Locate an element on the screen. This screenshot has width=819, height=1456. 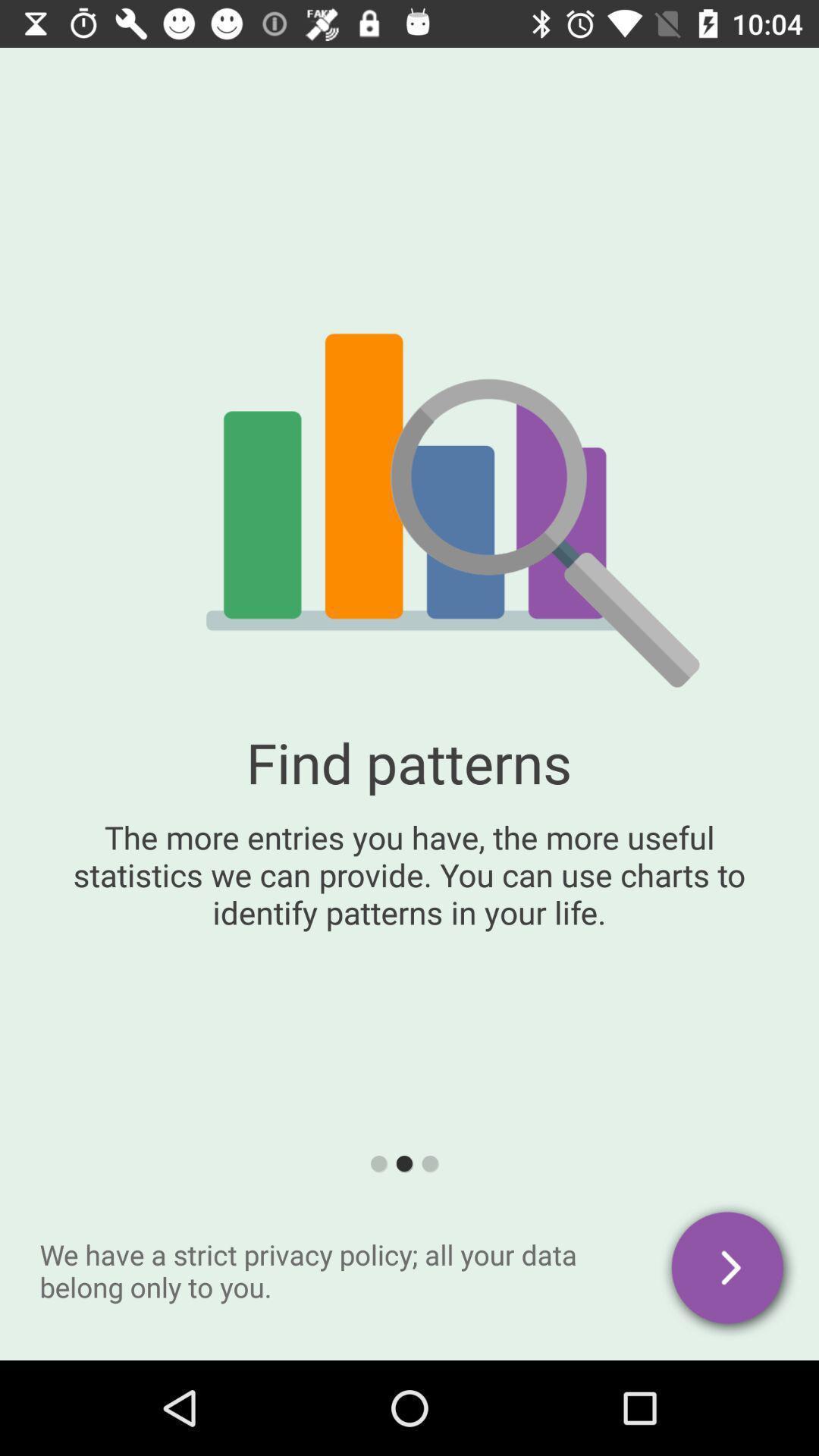
icon to the right of the we have a item is located at coordinates (728, 1270).